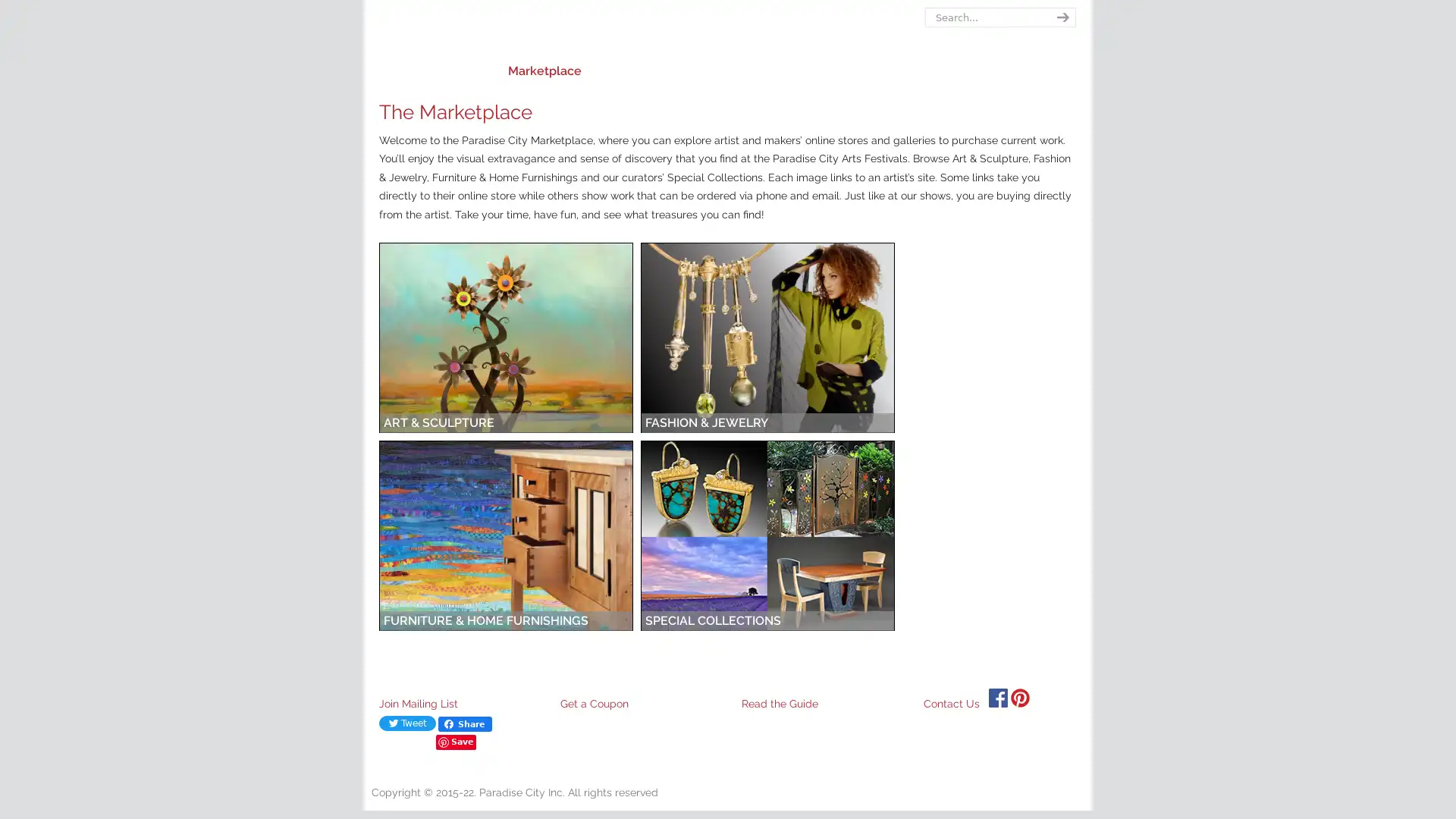 The image size is (1456, 819). What do you see at coordinates (1059, 17) in the screenshot?
I see `search` at bounding box center [1059, 17].